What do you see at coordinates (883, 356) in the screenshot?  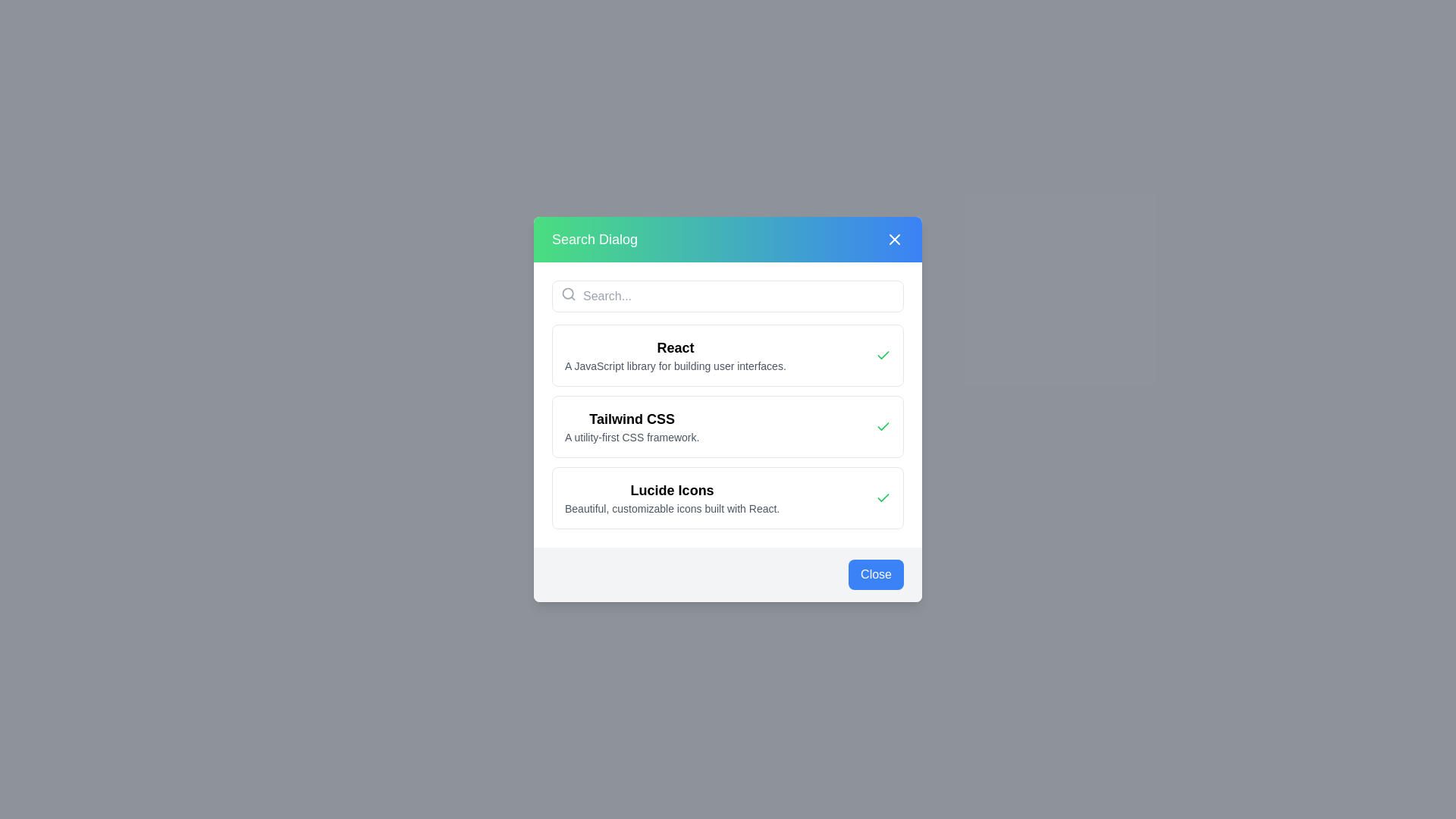 I see `the green checkmark icon, which is a confirmation indicator located to the right of the 'React' text header` at bounding box center [883, 356].